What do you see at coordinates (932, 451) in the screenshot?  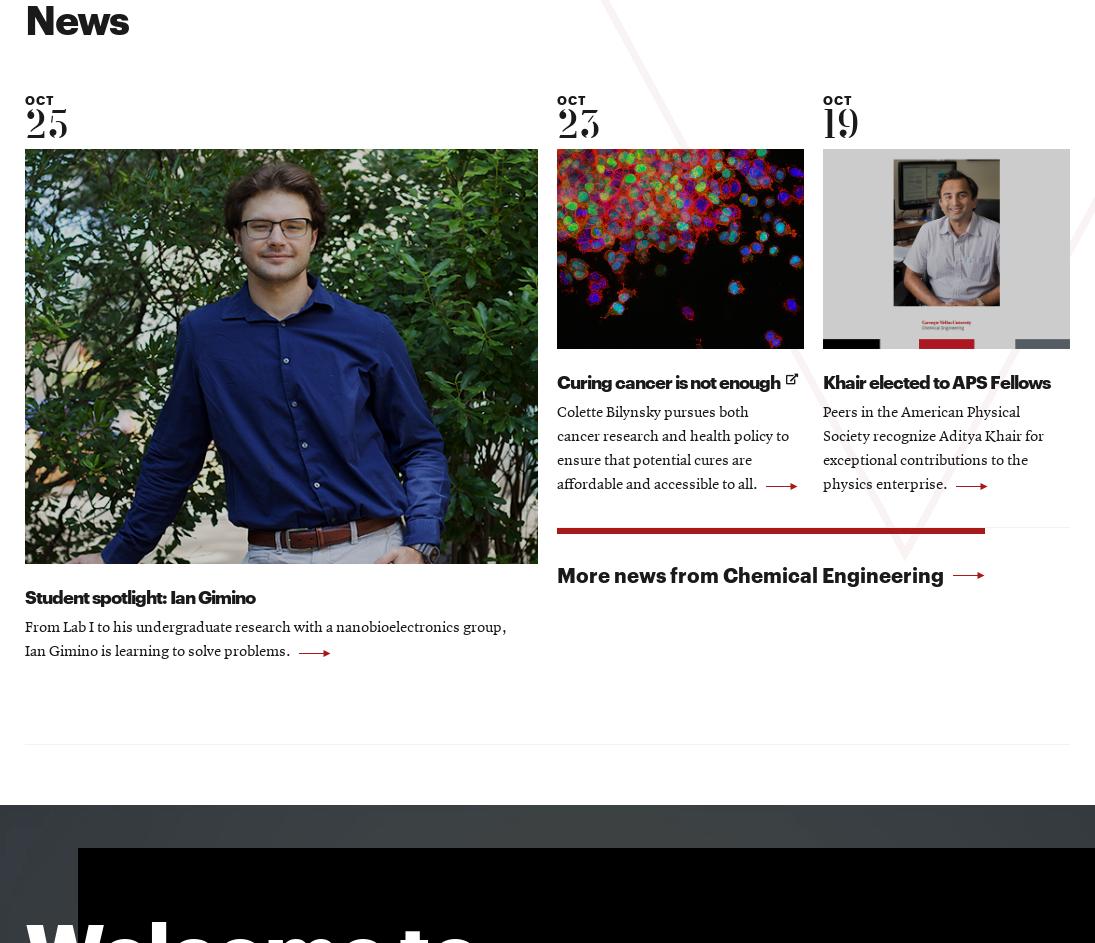 I see `'Peers in the American Physical Society recognize Aditya Khair for exceptional contributions to the physics enterprise.'` at bounding box center [932, 451].